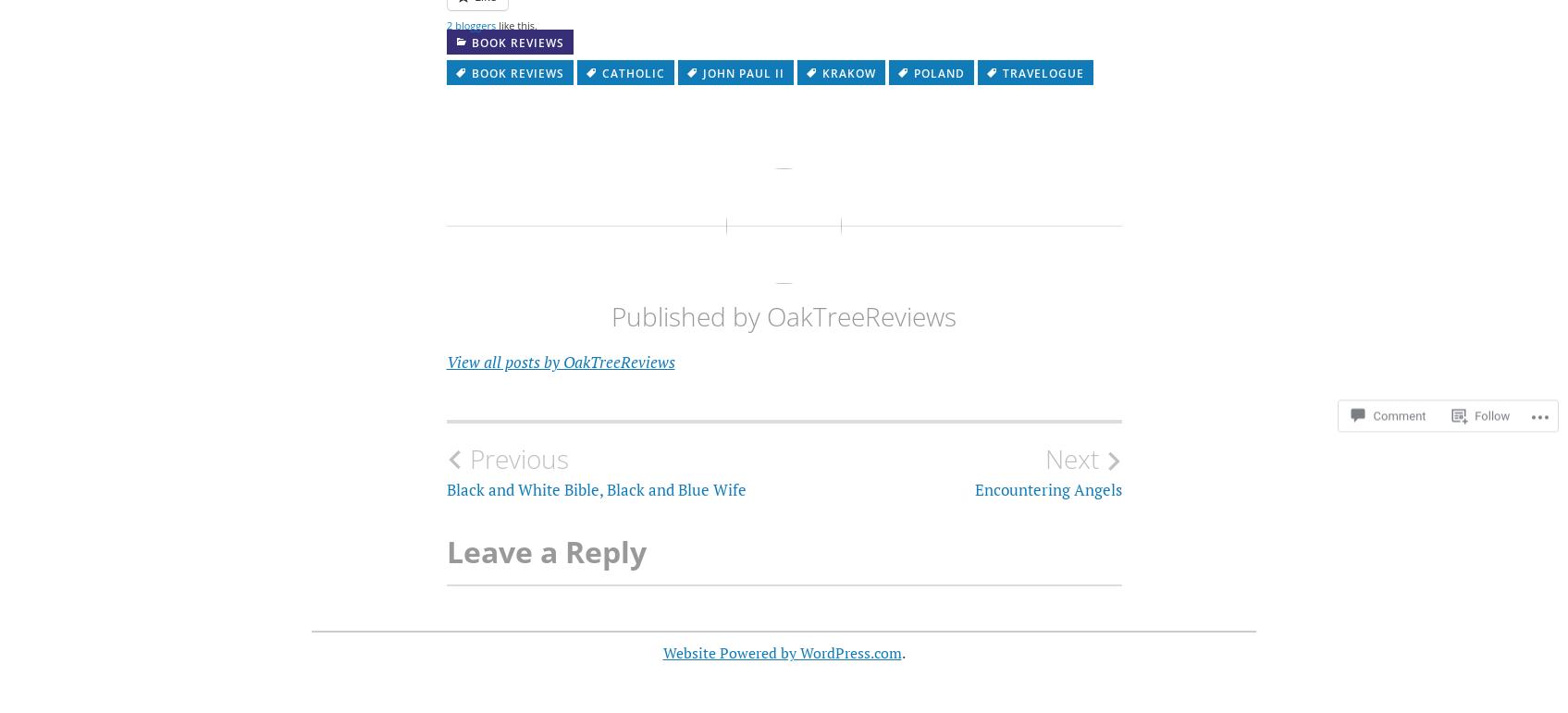 The height and width of the screenshot is (713, 1568). I want to click on 'Published by', so click(611, 314).